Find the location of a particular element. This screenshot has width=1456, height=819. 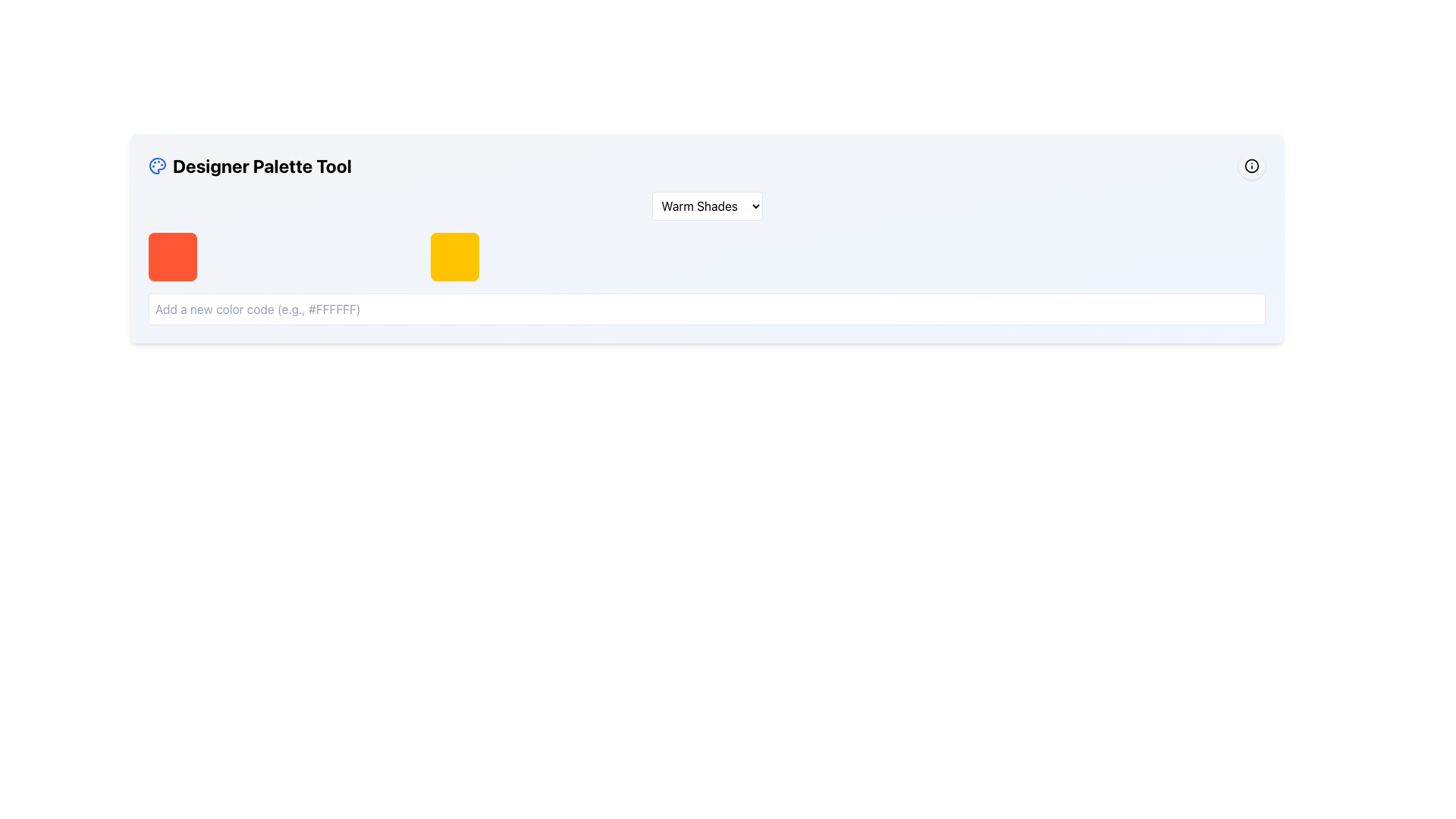

an option from the 'Warm Shades' dropdown menu located in the top-central region of the interface is located at coordinates (706, 206).